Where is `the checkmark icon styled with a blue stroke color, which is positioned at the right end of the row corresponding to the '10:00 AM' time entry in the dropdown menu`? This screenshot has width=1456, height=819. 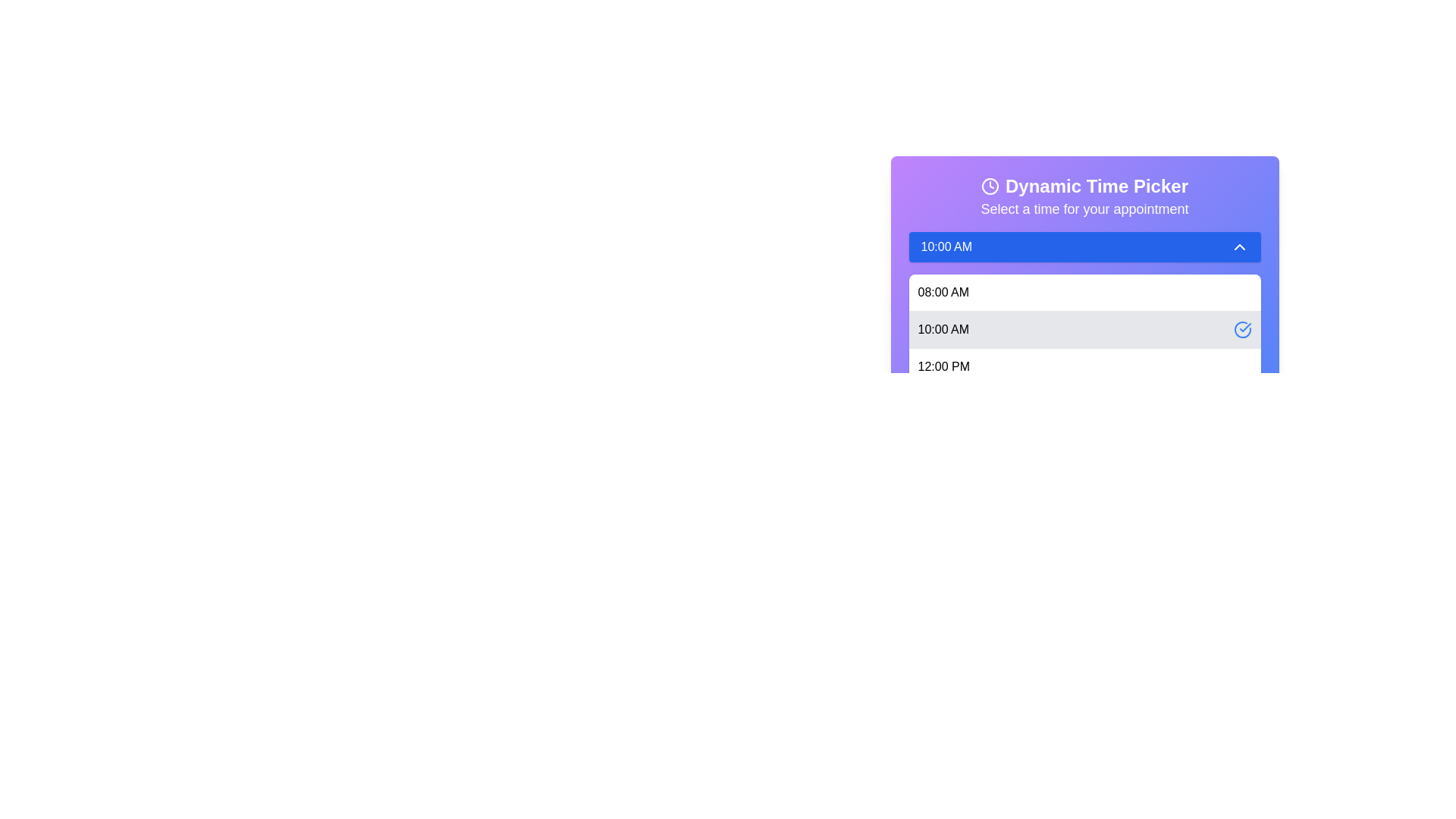
the checkmark icon styled with a blue stroke color, which is positioned at the right end of the row corresponding to the '10:00 AM' time entry in the dropdown menu is located at coordinates (1244, 327).